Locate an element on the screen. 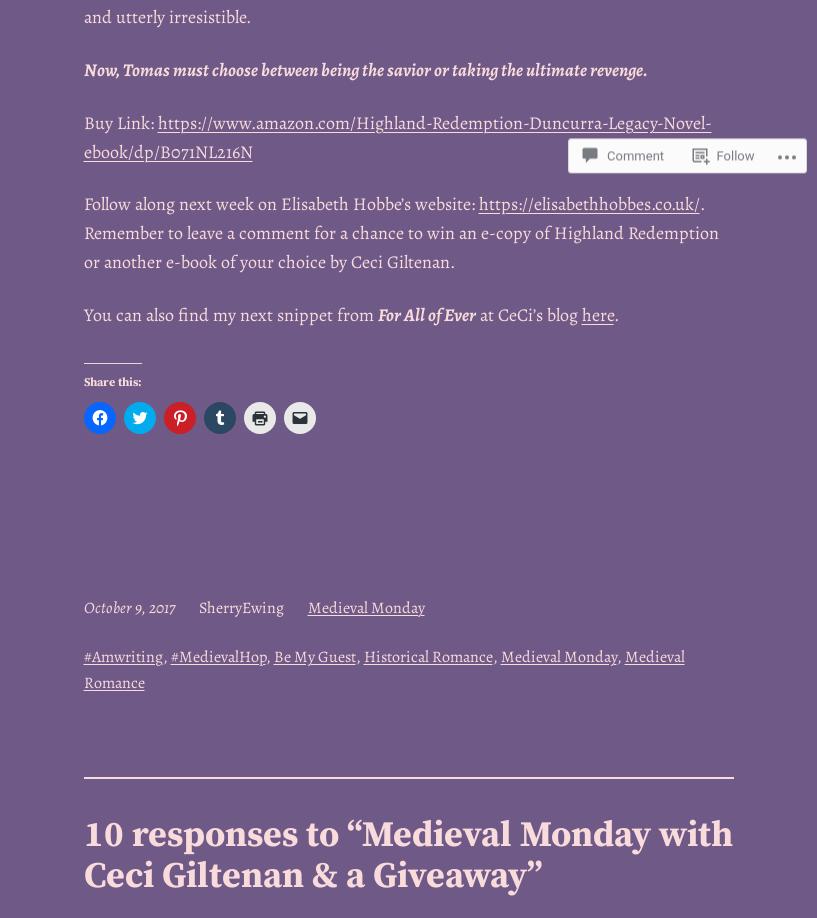 The height and width of the screenshot is (918, 817). 'Share this:' is located at coordinates (112, 381).